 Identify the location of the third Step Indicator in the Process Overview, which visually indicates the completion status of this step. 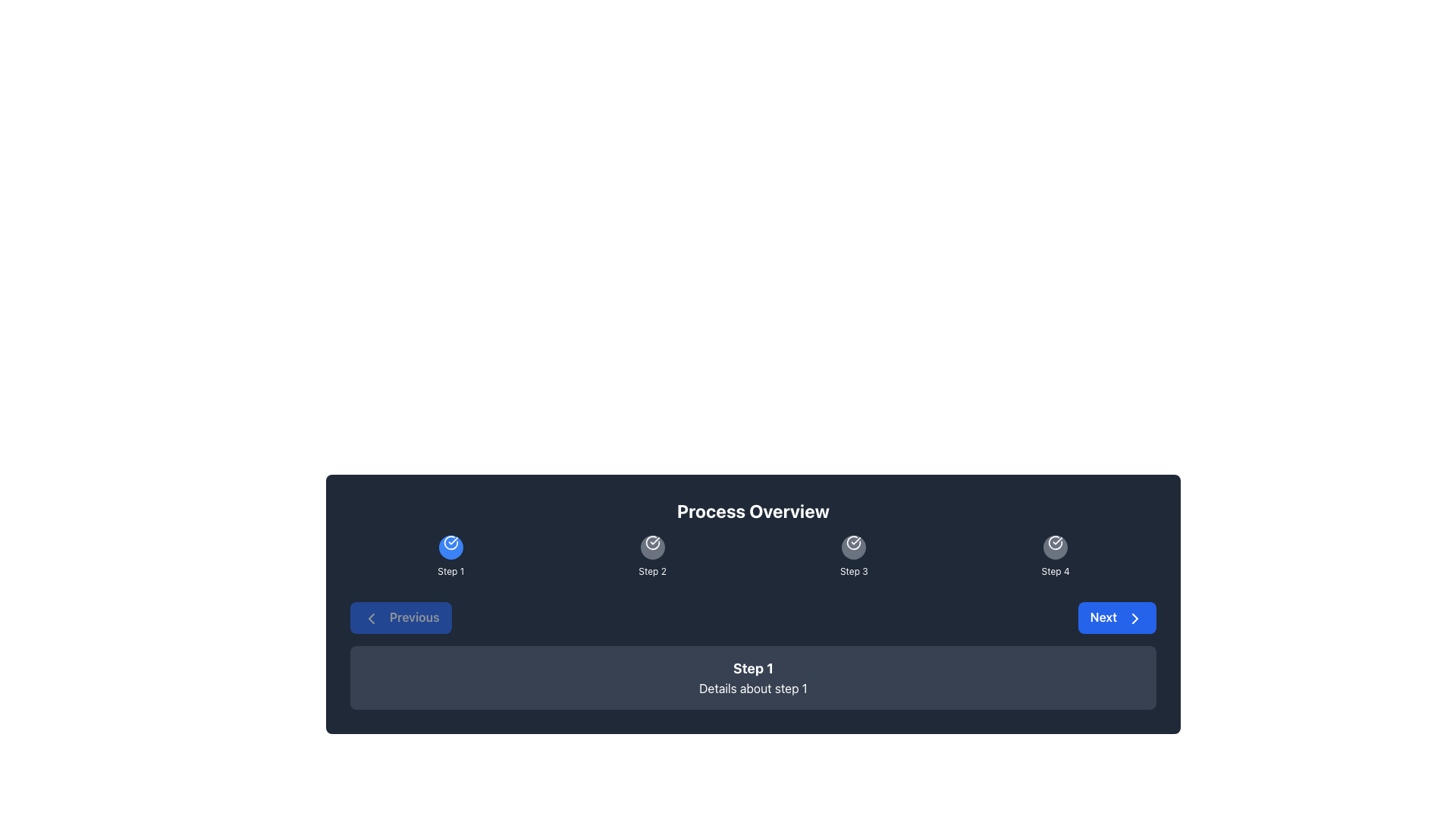
(854, 556).